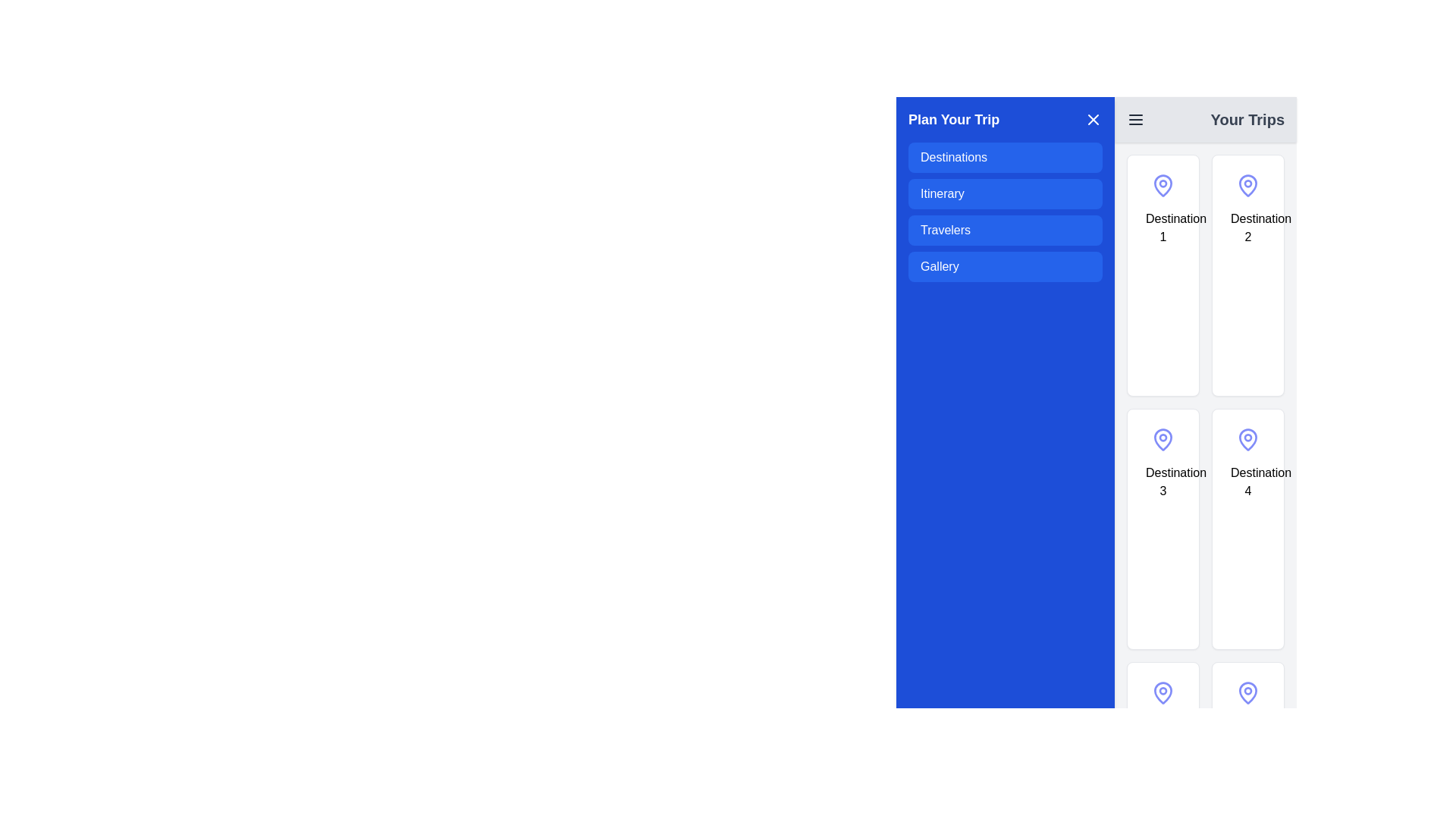  Describe the element at coordinates (1248, 184) in the screenshot. I see `the Vector graphic icon resembling a map pin shape located in the second card under 'Destination 2' in the 'Your Trips' section` at that location.